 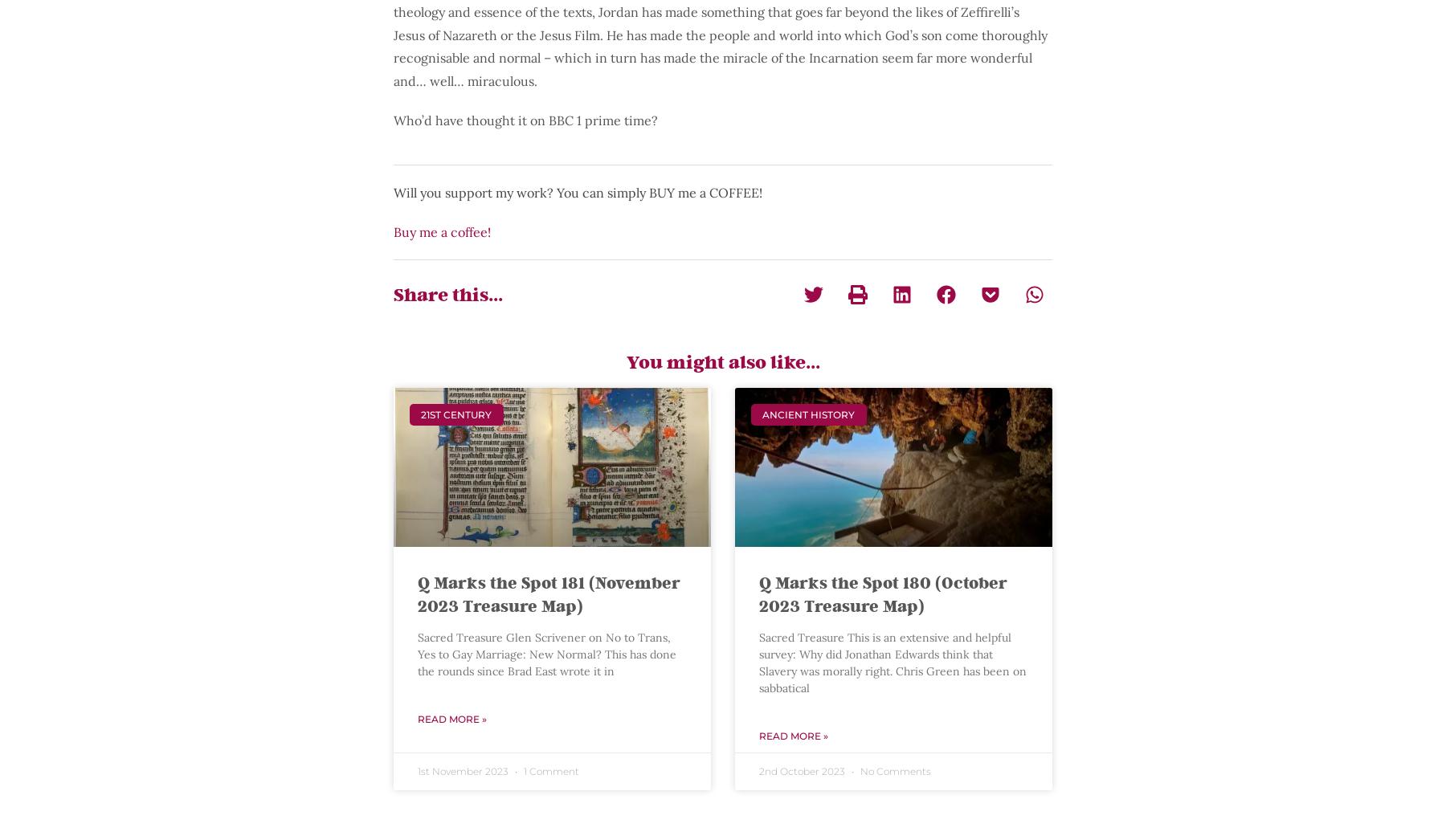 I want to click on 'Q Marks the Spot 181 (November 2023 Treasure Map)', so click(x=548, y=593).